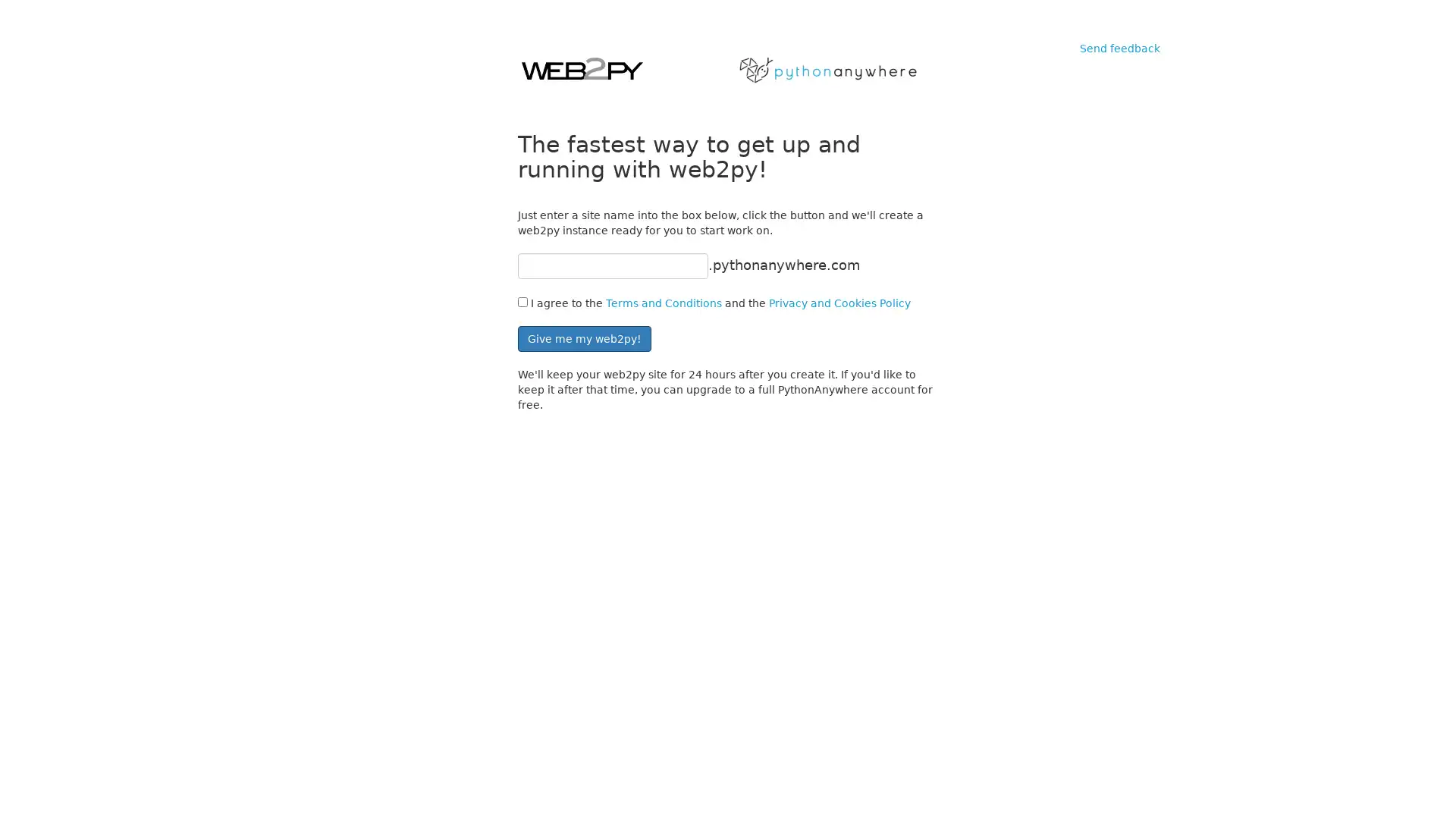  Describe the element at coordinates (582, 338) in the screenshot. I see `Give me my web2py!` at that location.